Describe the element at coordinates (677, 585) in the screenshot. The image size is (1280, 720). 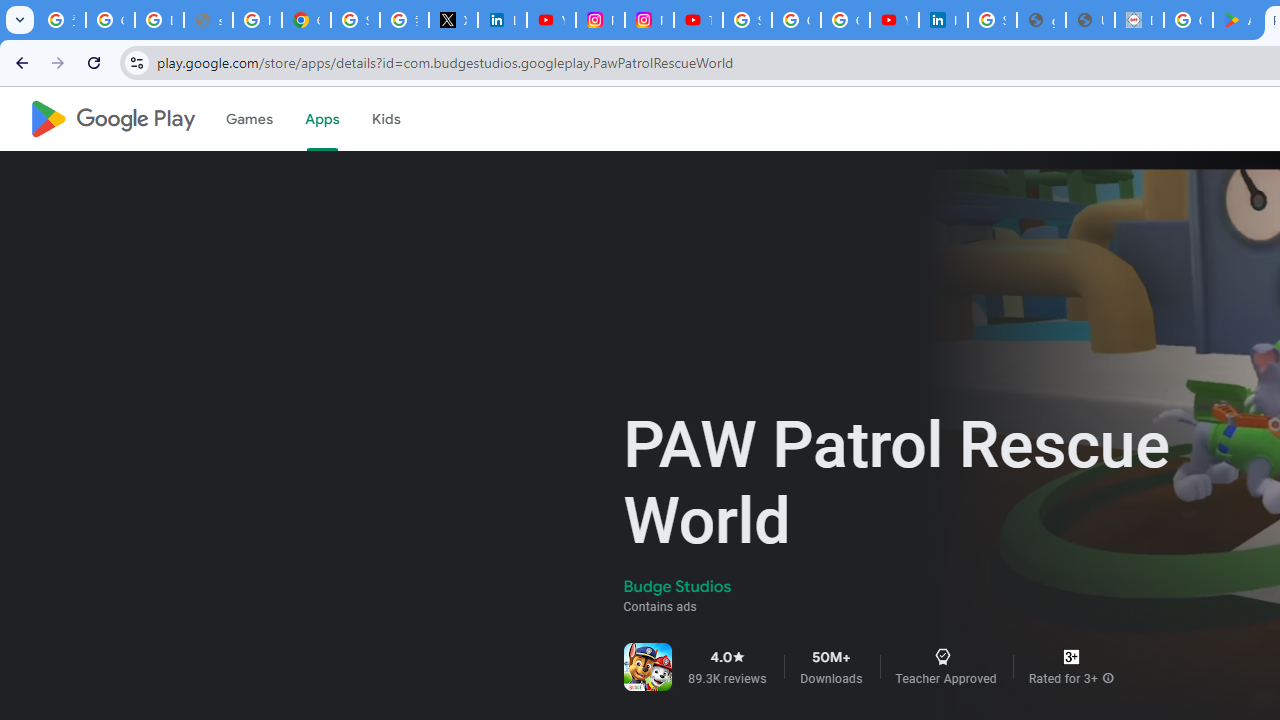
I see `'Budge Studios'` at that location.